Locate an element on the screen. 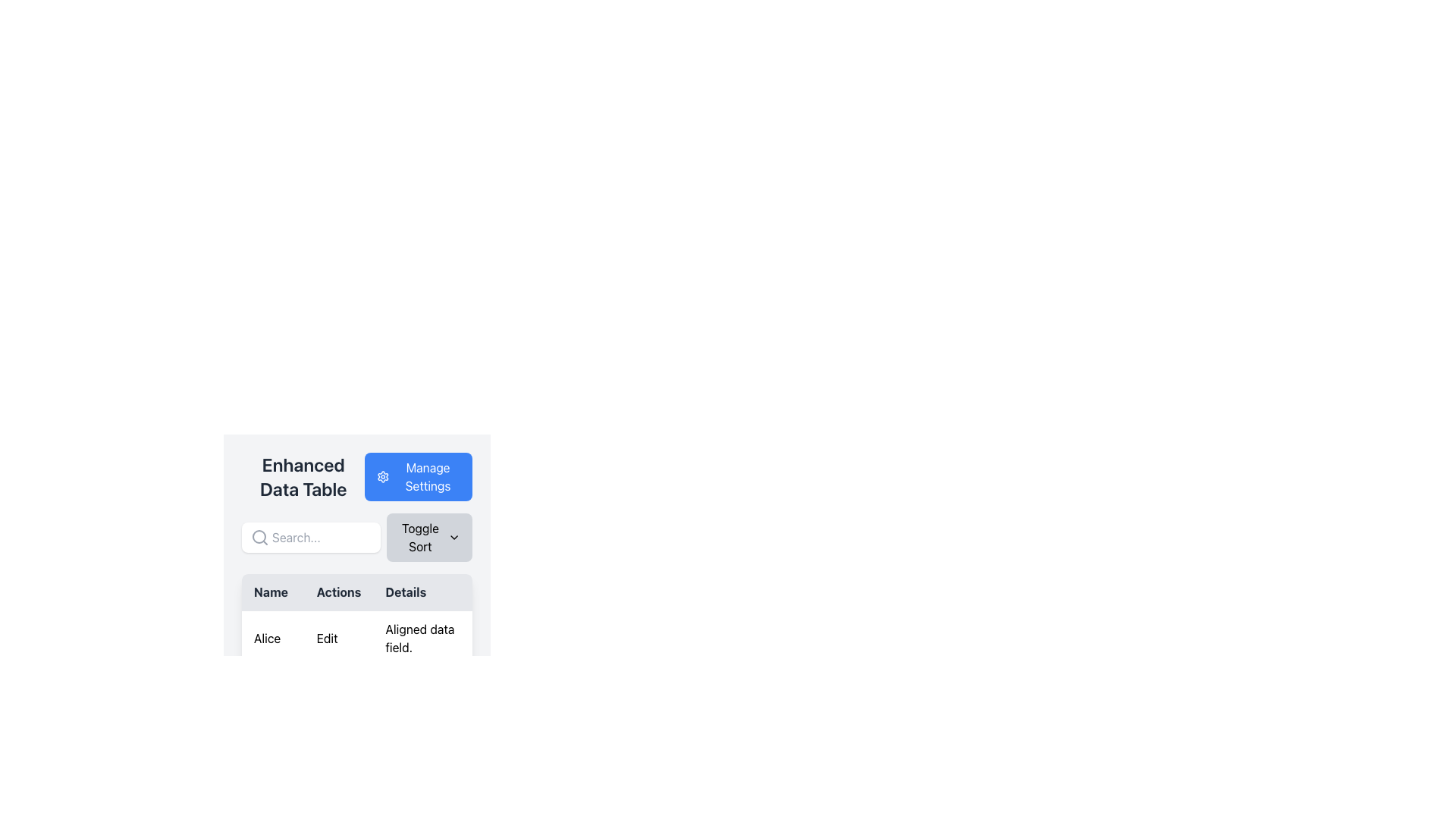 The width and height of the screenshot is (1456, 819). the search input field located on the left side of the interface, intended for users to type in search queries, to focus on it is located at coordinates (310, 537).